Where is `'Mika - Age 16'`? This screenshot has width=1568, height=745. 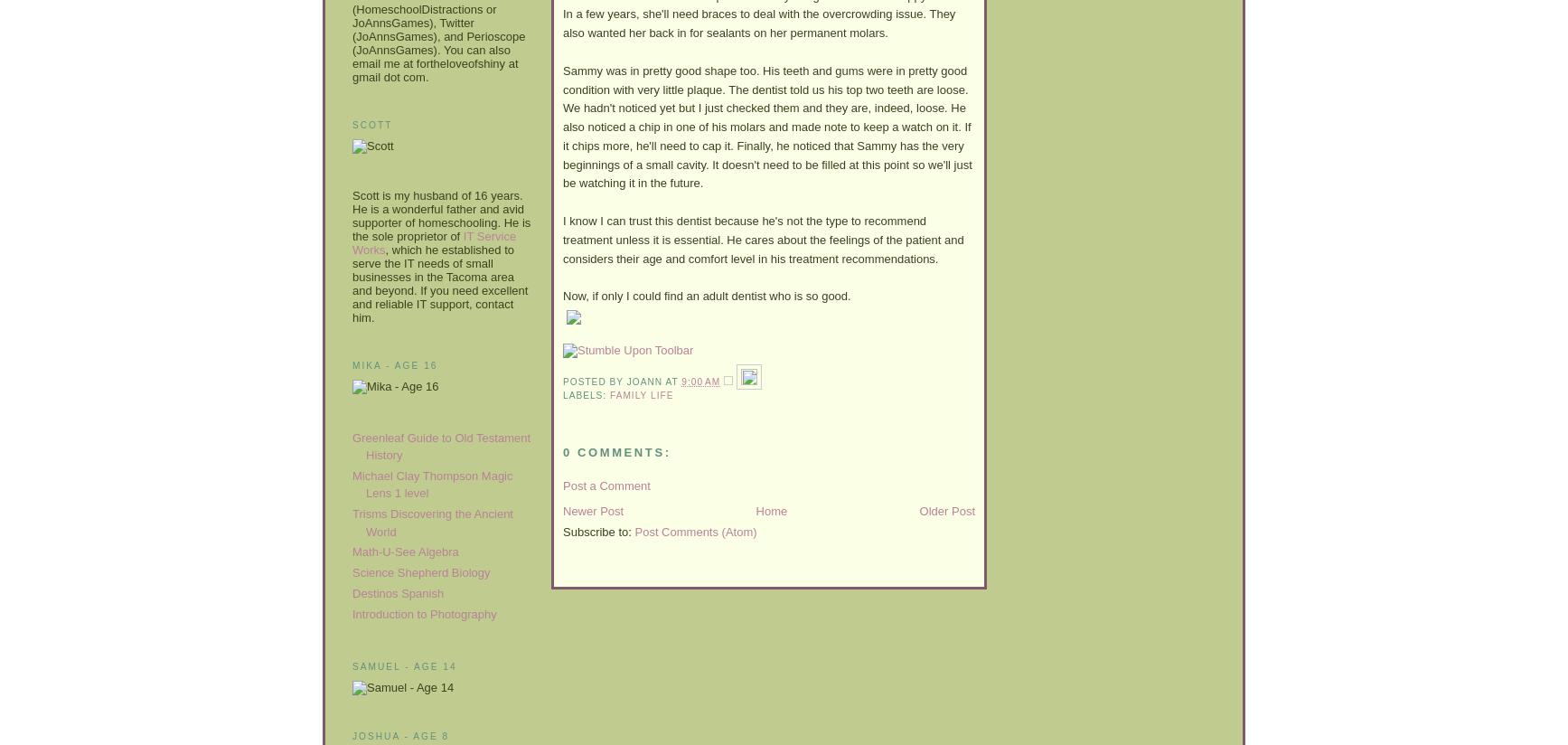
'Mika - Age 16' is located at coordinates (395, 364).